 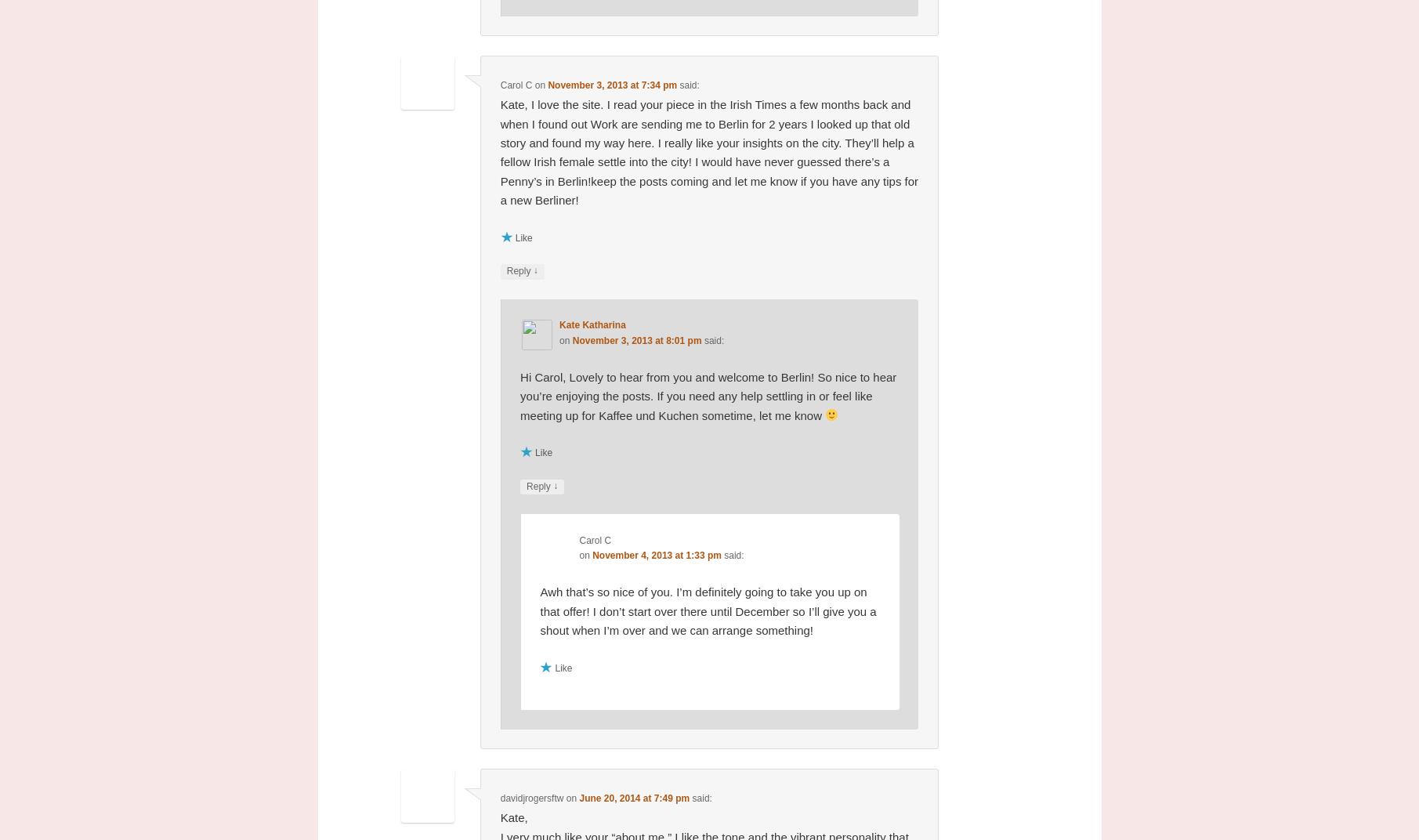 I want to click on 'November 3, 2013 at 7:34 pm', so click(x=611, y=84).